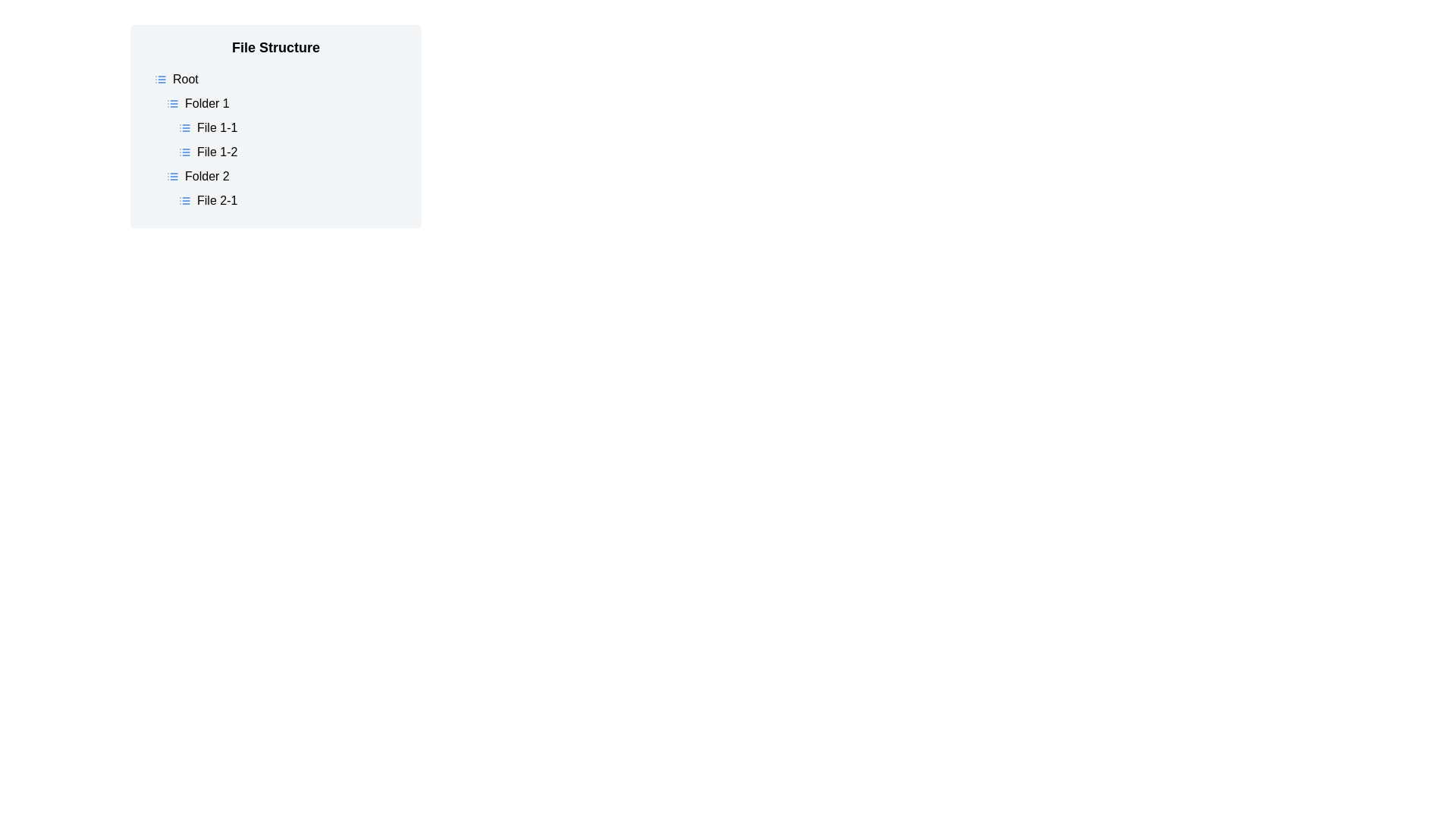 Image resolution: width=1456 pixels, height=819 pixels. What do you see at coordinates (276, 46) in the screenshot?
I see `header text 'File Structure' which is styled in bold and positioned at the top center of the light gray background panel` at bounding box center [276, 46].